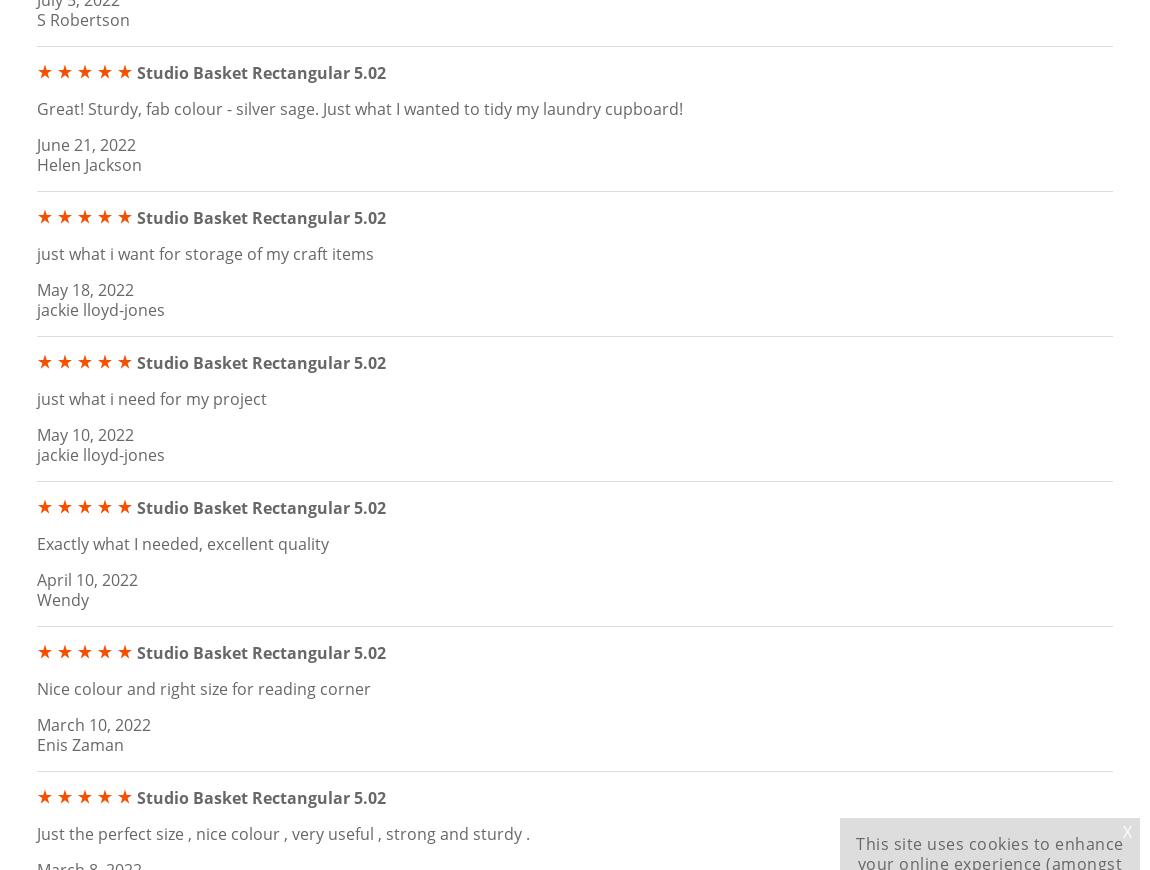  What do you see at coordinates (181, 541) in the screenshot?
I see `'Exactly what I needed, excellent quality'` at bounding box center [181, 541].